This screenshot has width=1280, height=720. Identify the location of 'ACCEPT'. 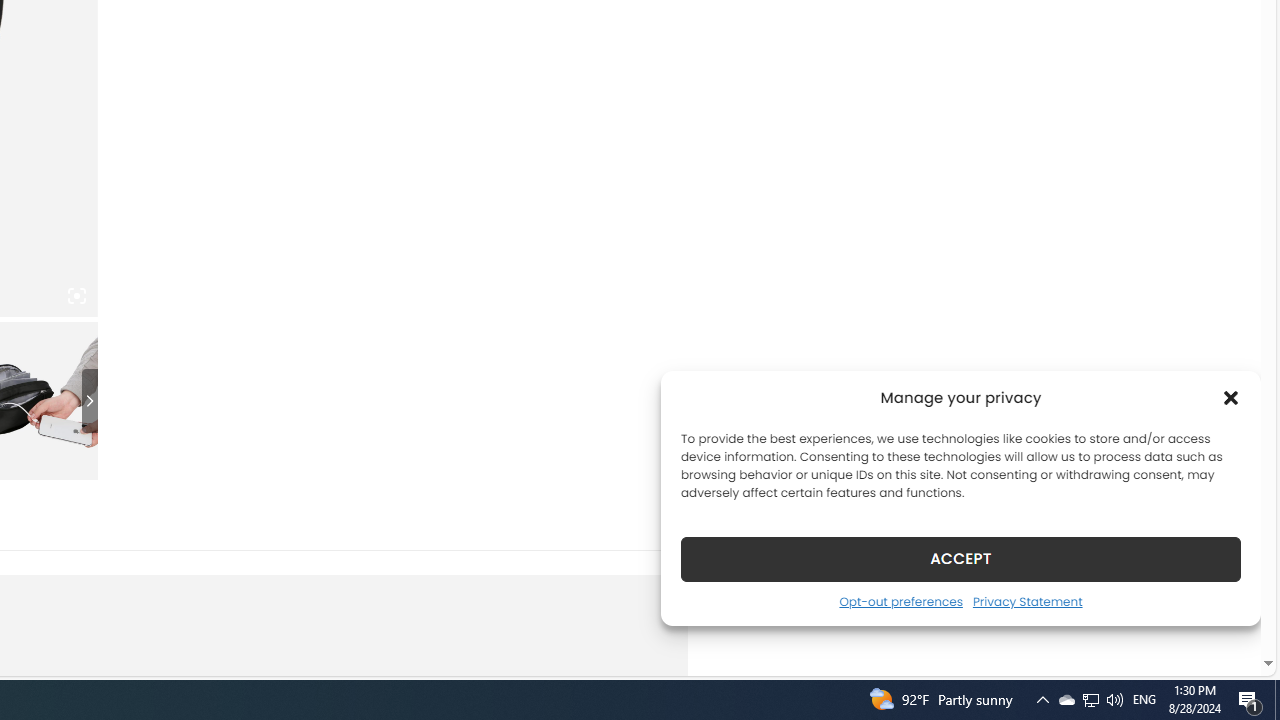
(961, 558).